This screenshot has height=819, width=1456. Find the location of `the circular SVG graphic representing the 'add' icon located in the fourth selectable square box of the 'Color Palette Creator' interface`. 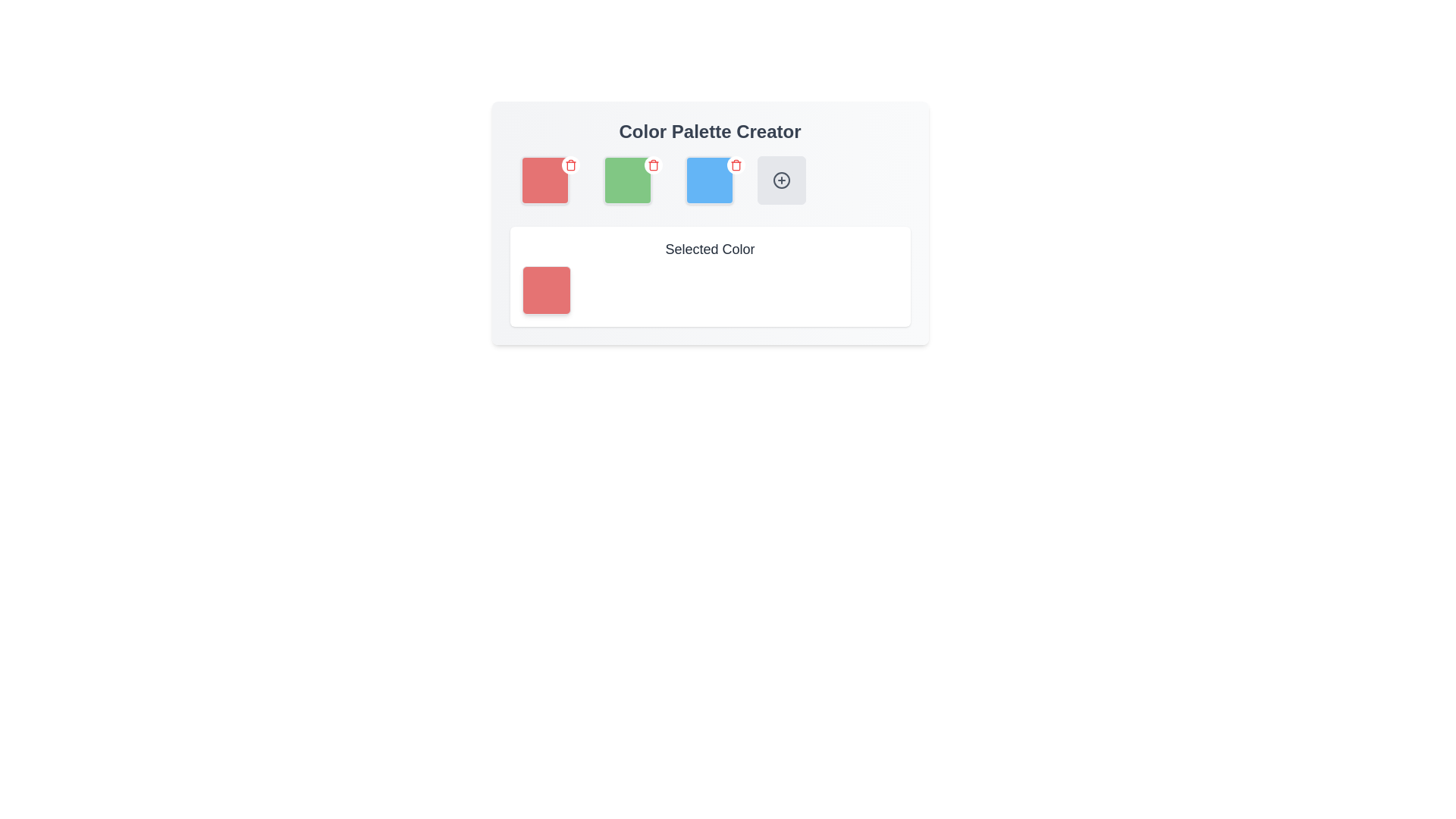

the circular SVG graphic representing the 'add' icon located in the fourth selectable square box of the 'Color Palette Creator' interface is located at coordinates (781, 180).